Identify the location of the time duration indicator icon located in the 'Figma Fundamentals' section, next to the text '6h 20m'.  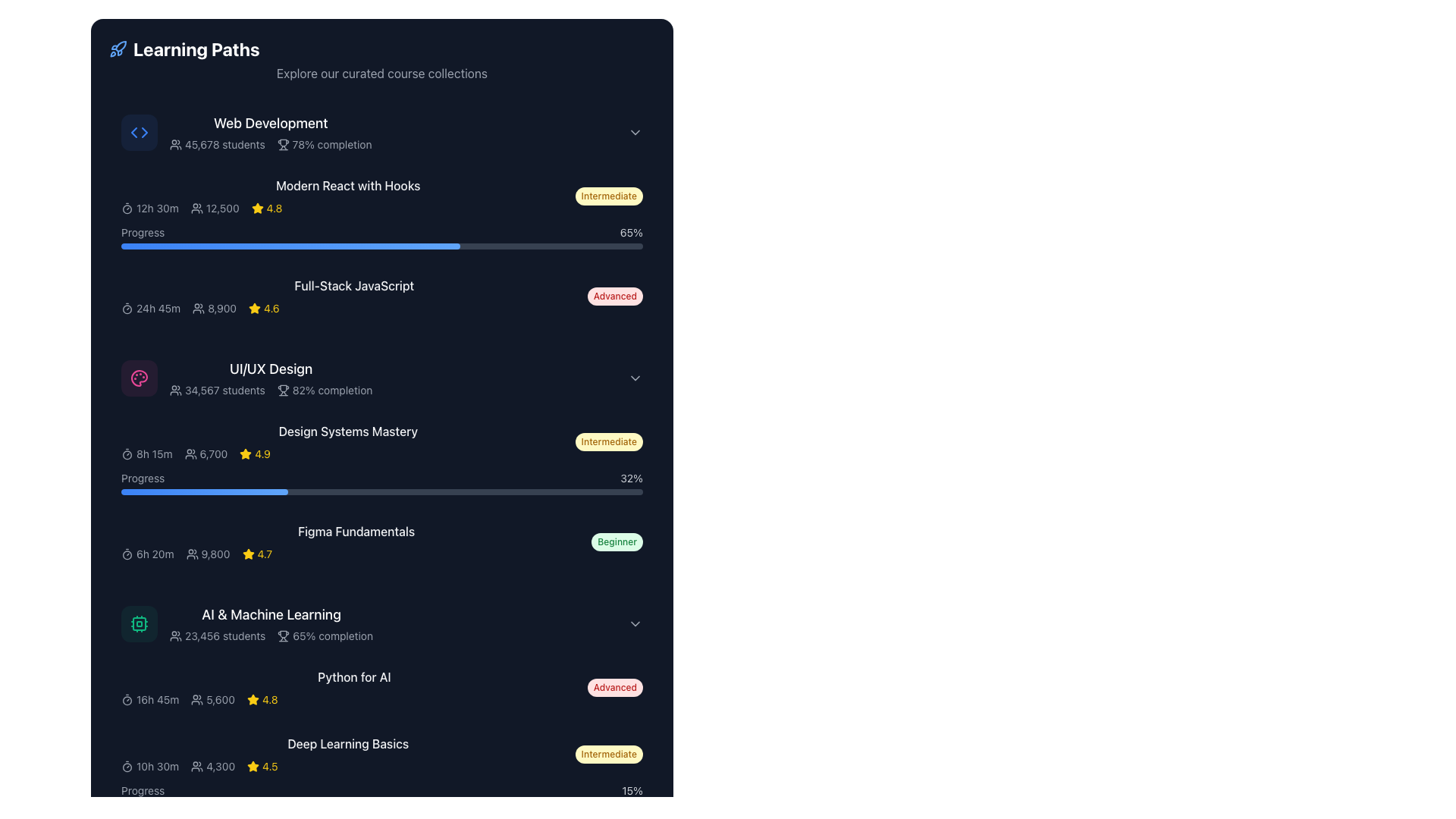
(127, 554).